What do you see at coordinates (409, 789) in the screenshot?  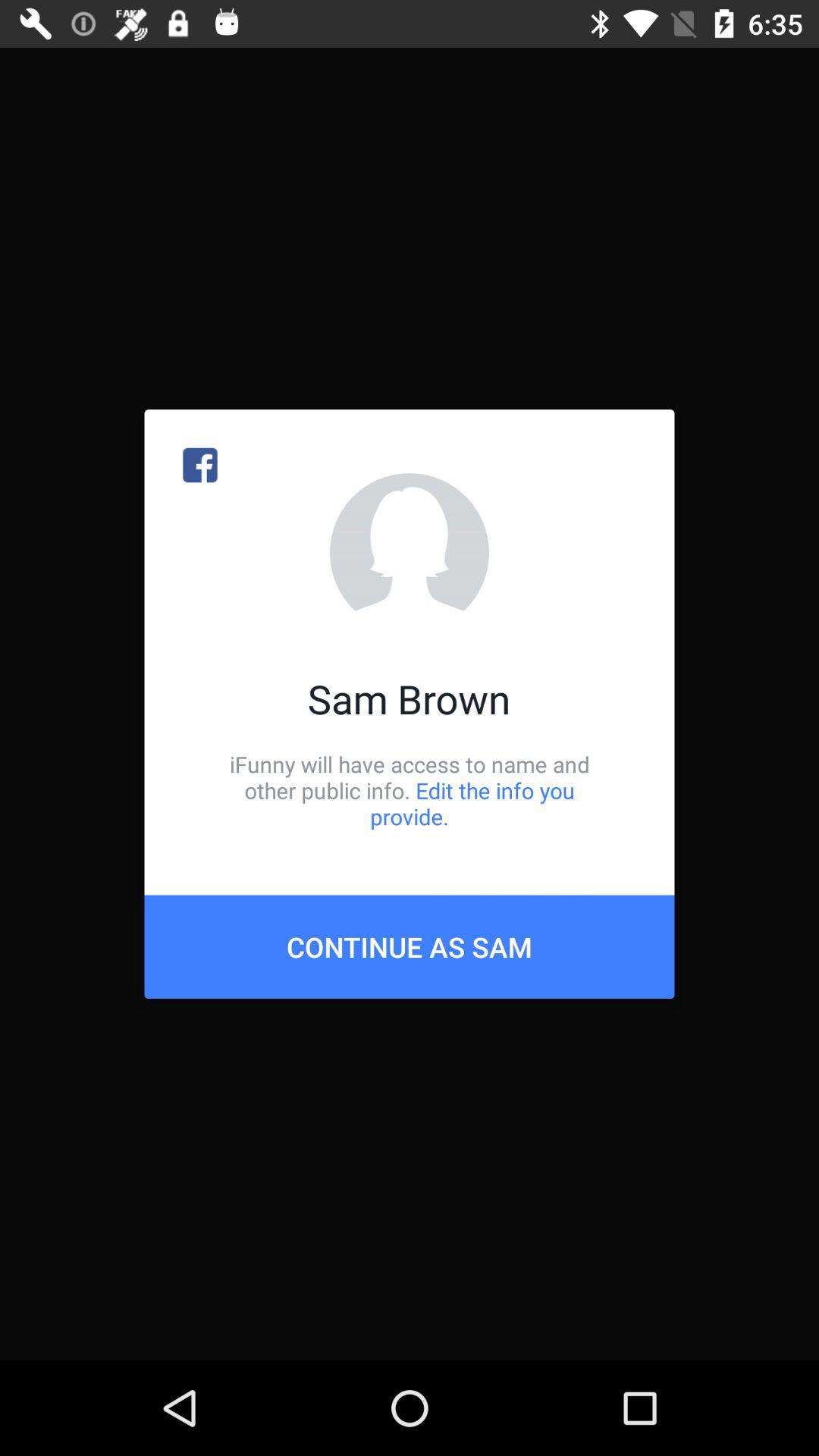 I see `the ifunny will have icon` at bounding box center [409, 789].